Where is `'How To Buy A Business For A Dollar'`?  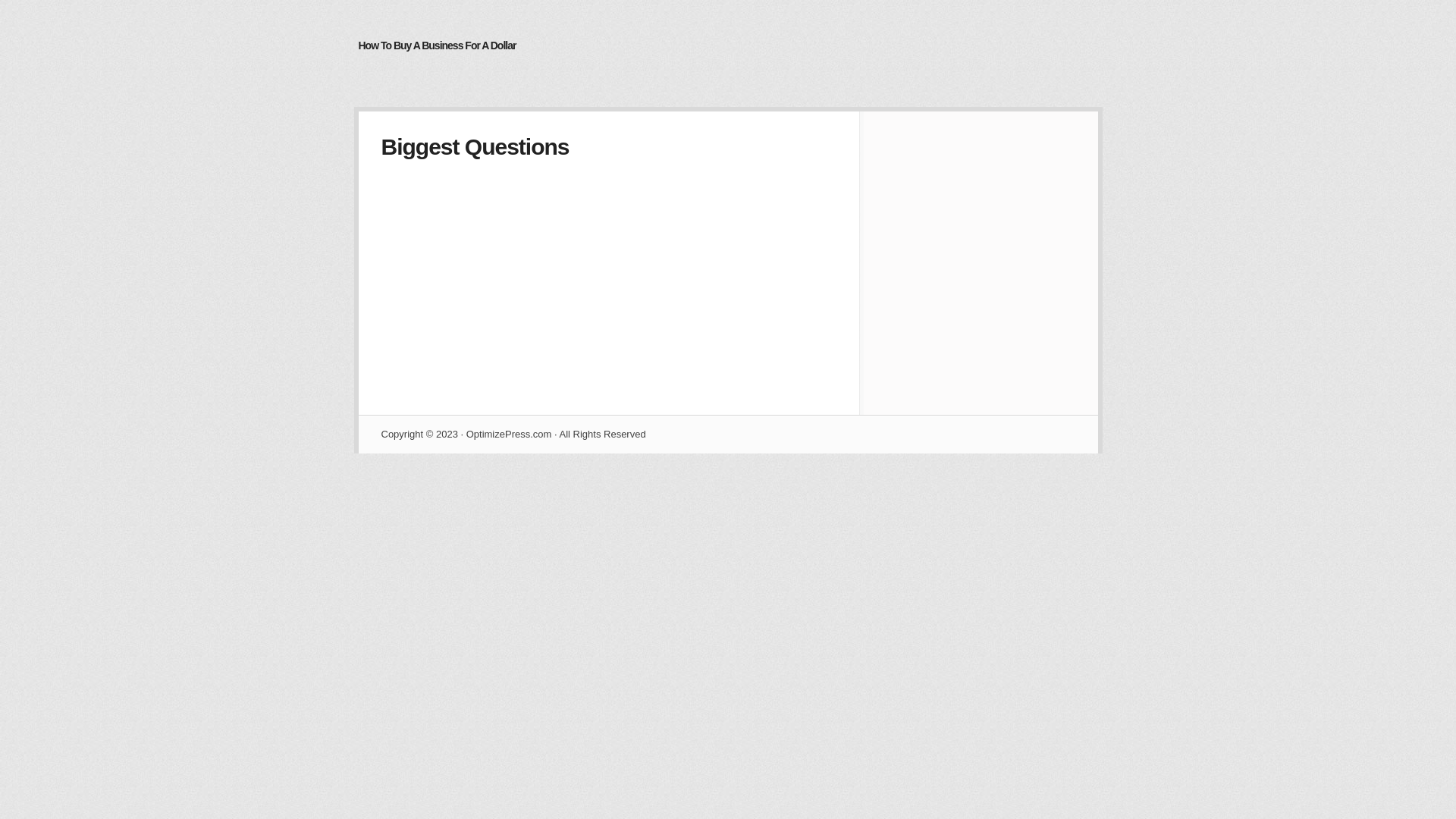
'How To Buy A Business For A Dollar' is located at coordinates (436, 45).